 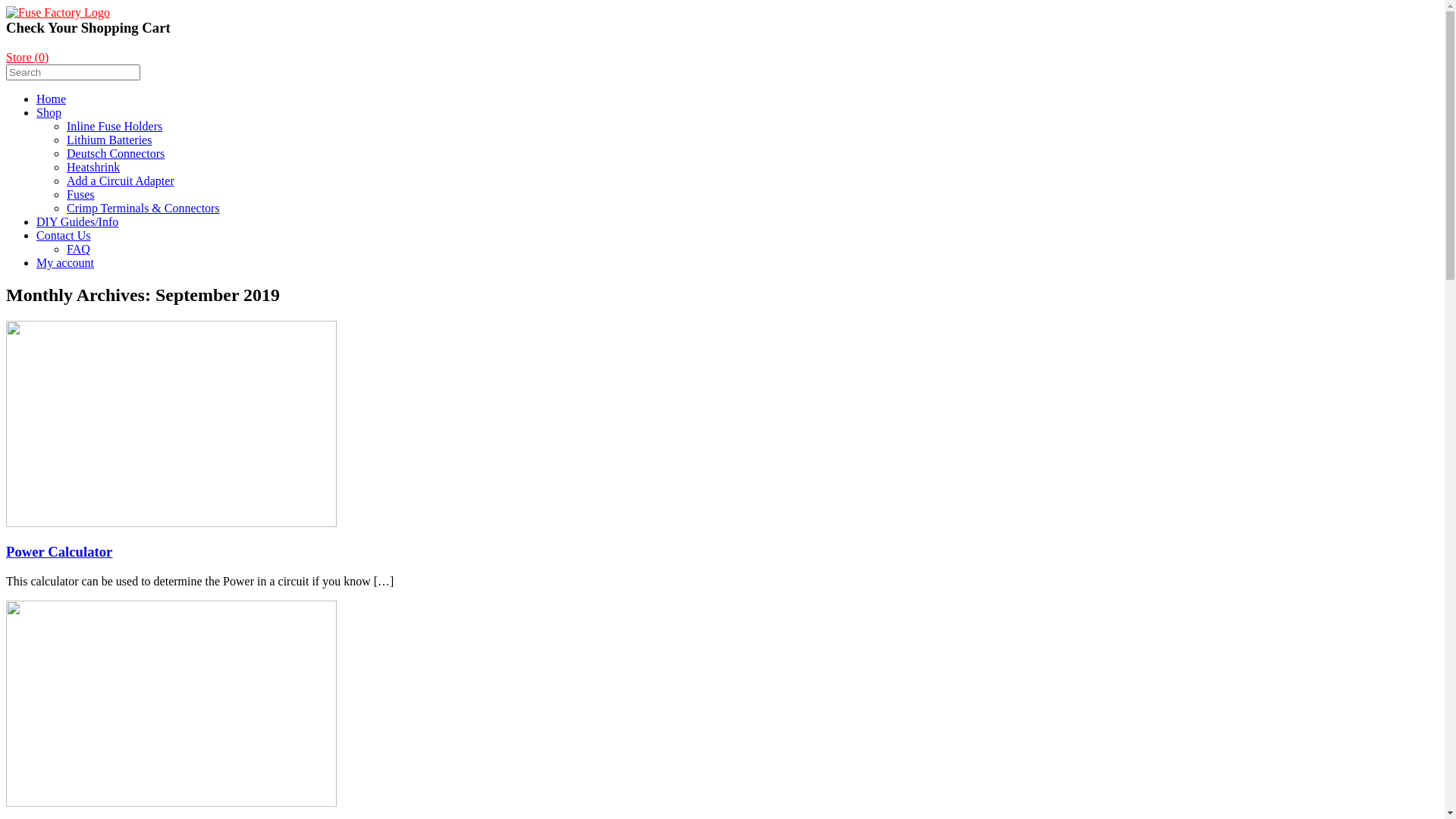 What do you see at coordinates (49, 111) in the screenshot?
I see `'Shop'` at bounding box center [49, 111].